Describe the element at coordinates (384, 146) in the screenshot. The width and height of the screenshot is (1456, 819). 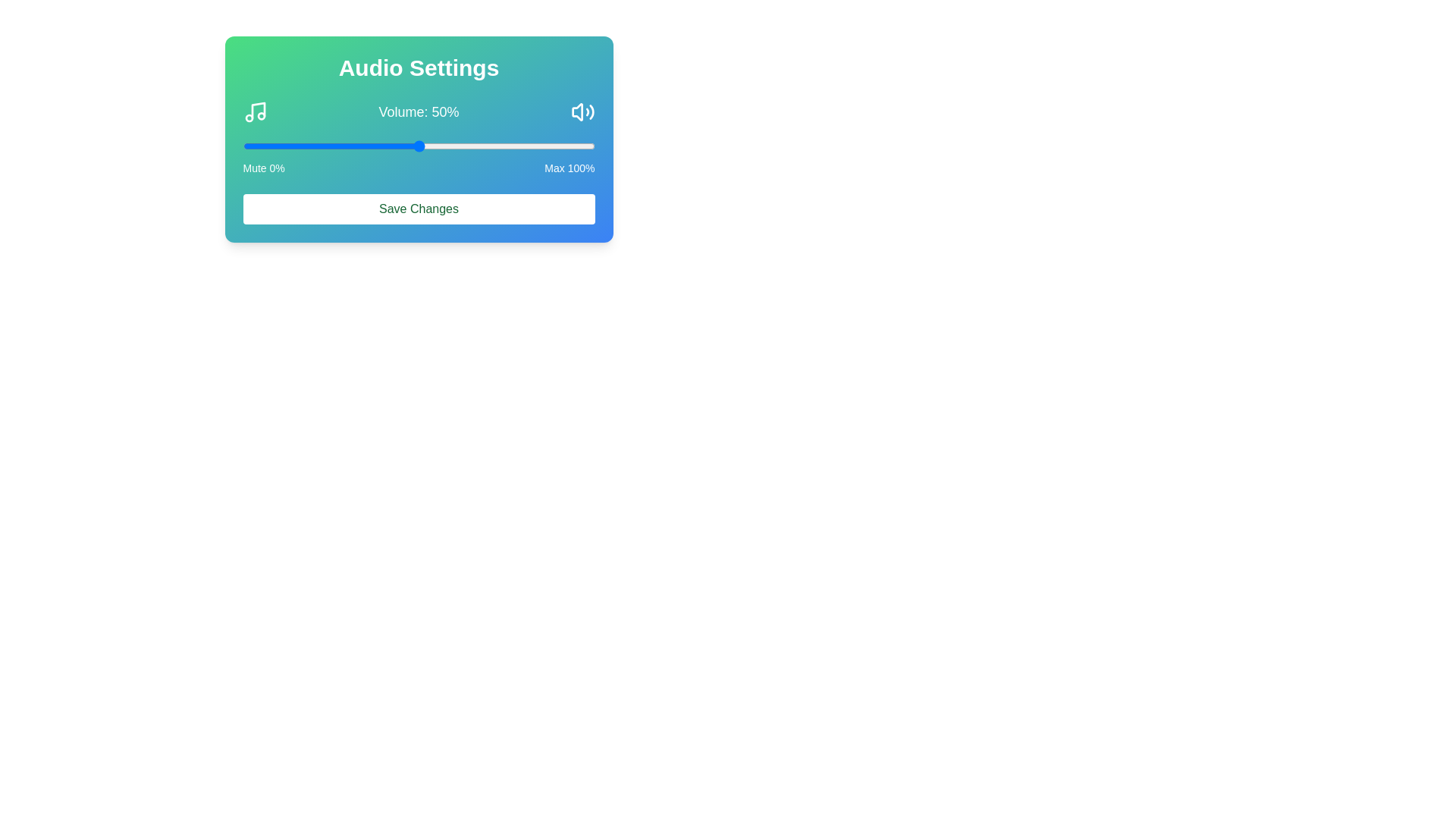
I see `the volume slider to 40%` at that location.